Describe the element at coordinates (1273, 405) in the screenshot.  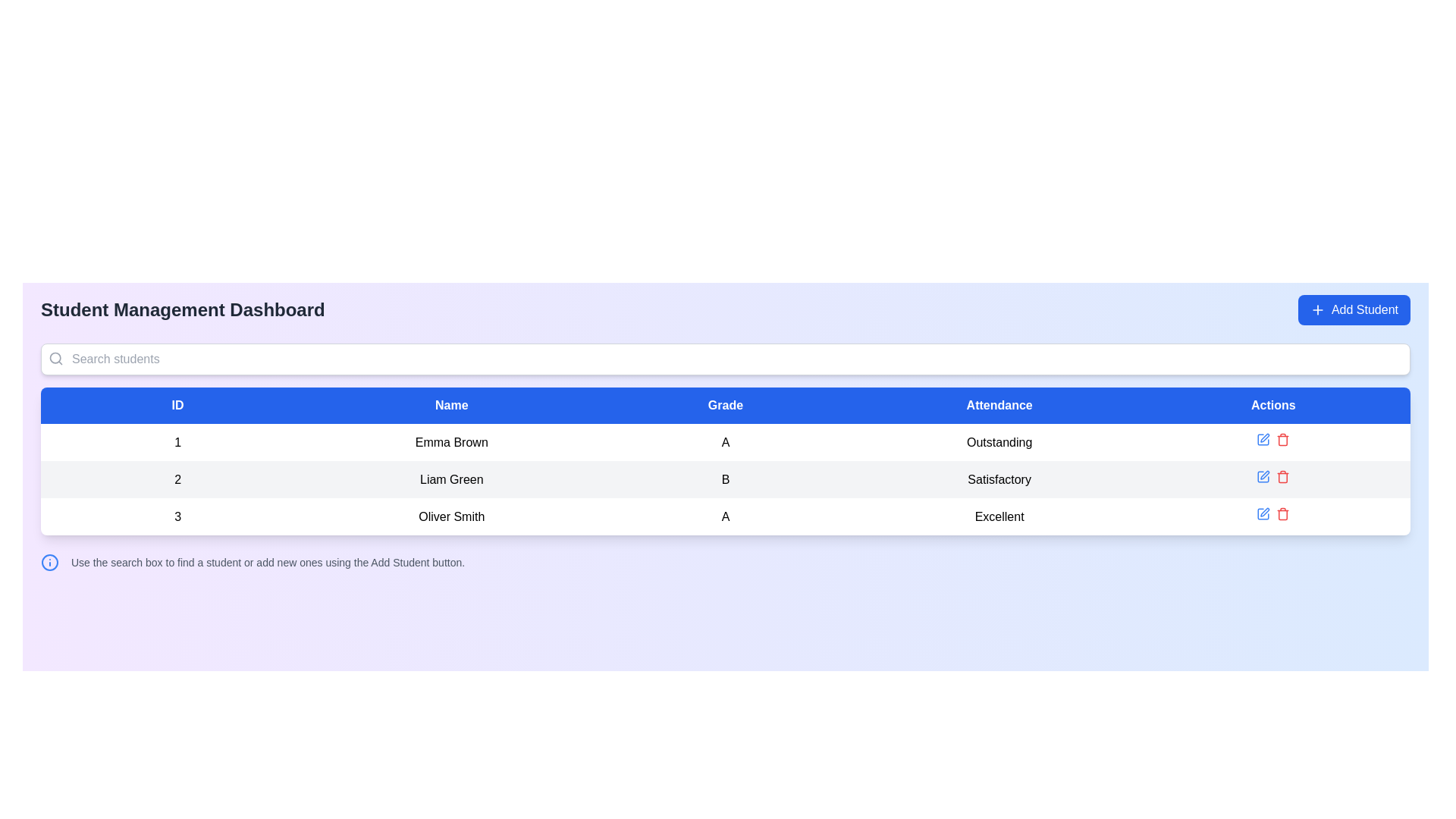
I see `the static text label with a blue background and white text reading 'Actions', which is the fifth column header in the table interface` at that location.